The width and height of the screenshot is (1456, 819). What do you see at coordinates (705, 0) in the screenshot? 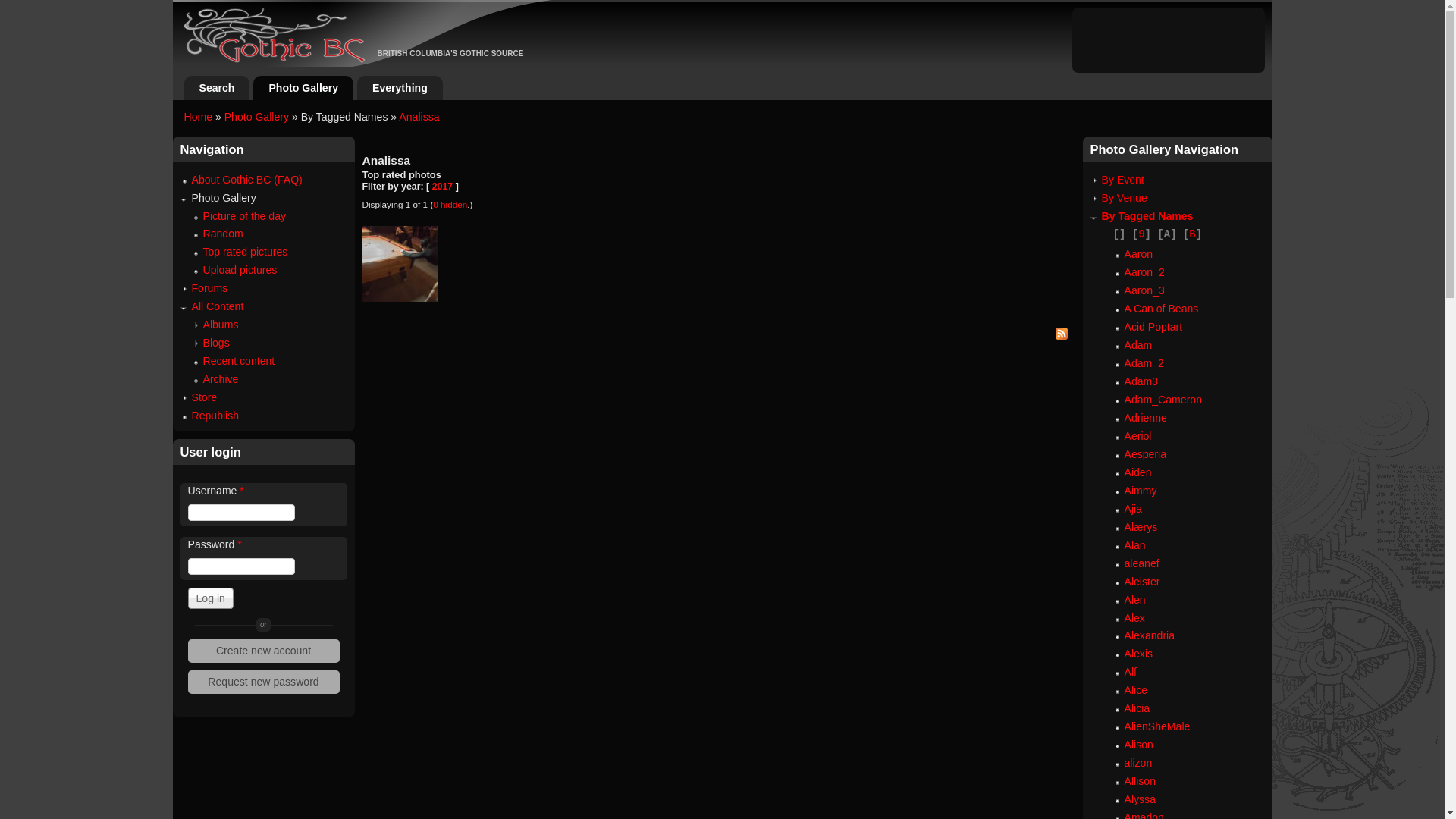
I see `'Skip to main content'` at bounding box center [705, 0].